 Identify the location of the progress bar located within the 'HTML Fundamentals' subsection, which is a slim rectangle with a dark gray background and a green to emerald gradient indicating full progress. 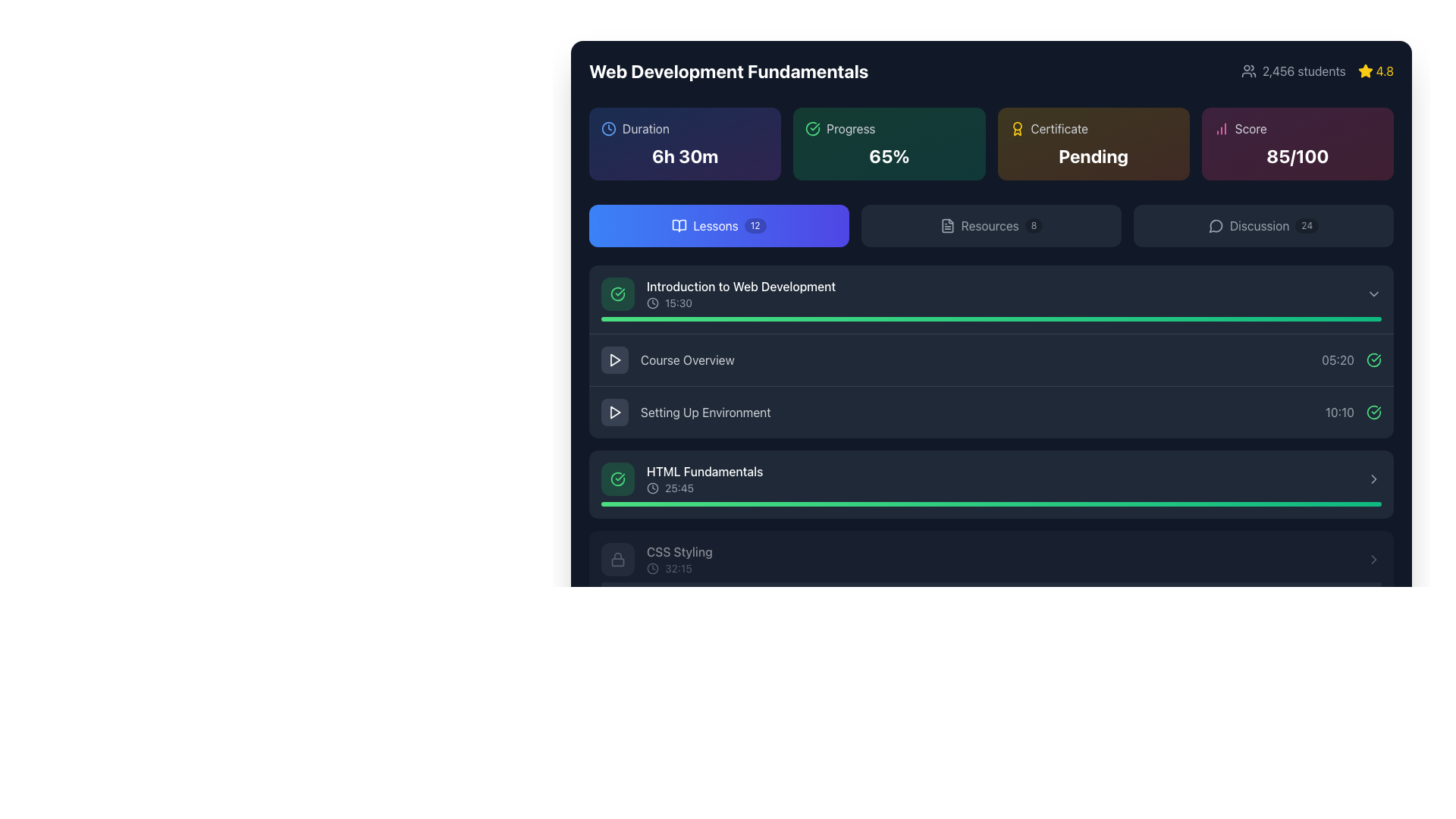
(991, 504).